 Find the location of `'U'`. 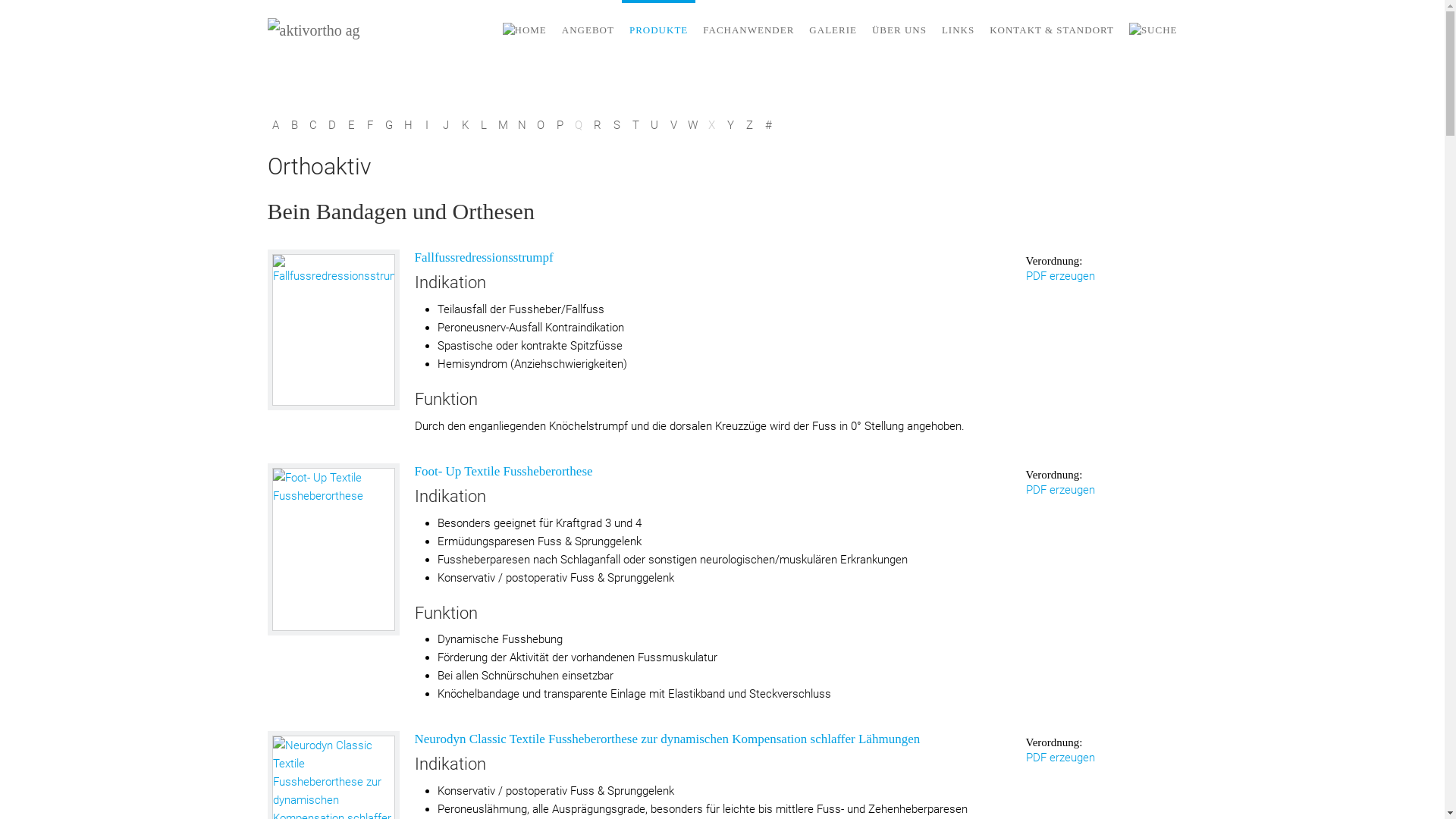

'U' is located at coordinates (654, 124).